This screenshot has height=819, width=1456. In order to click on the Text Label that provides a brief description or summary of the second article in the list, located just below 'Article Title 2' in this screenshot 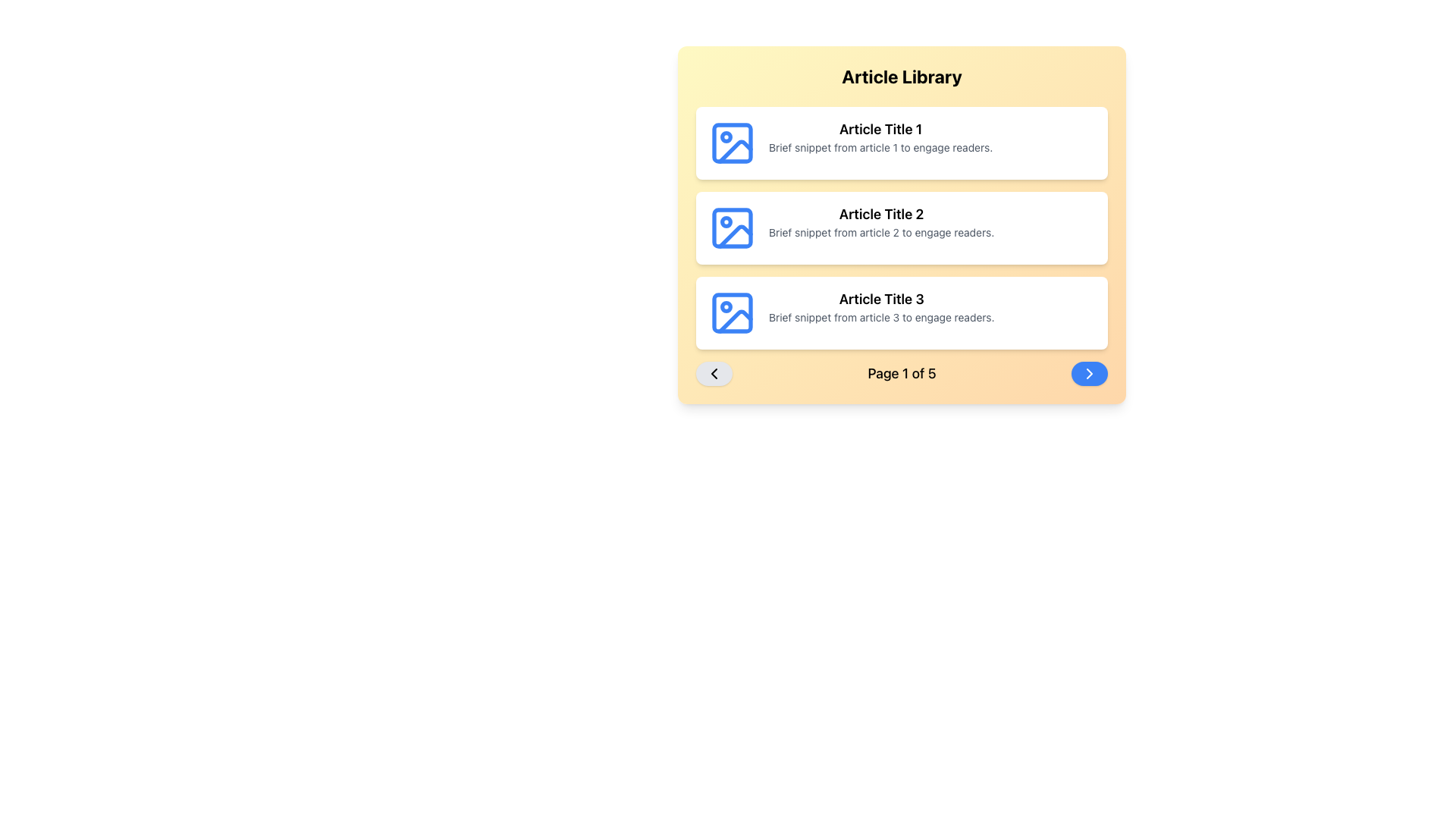, I will do `click(881, 233)`.